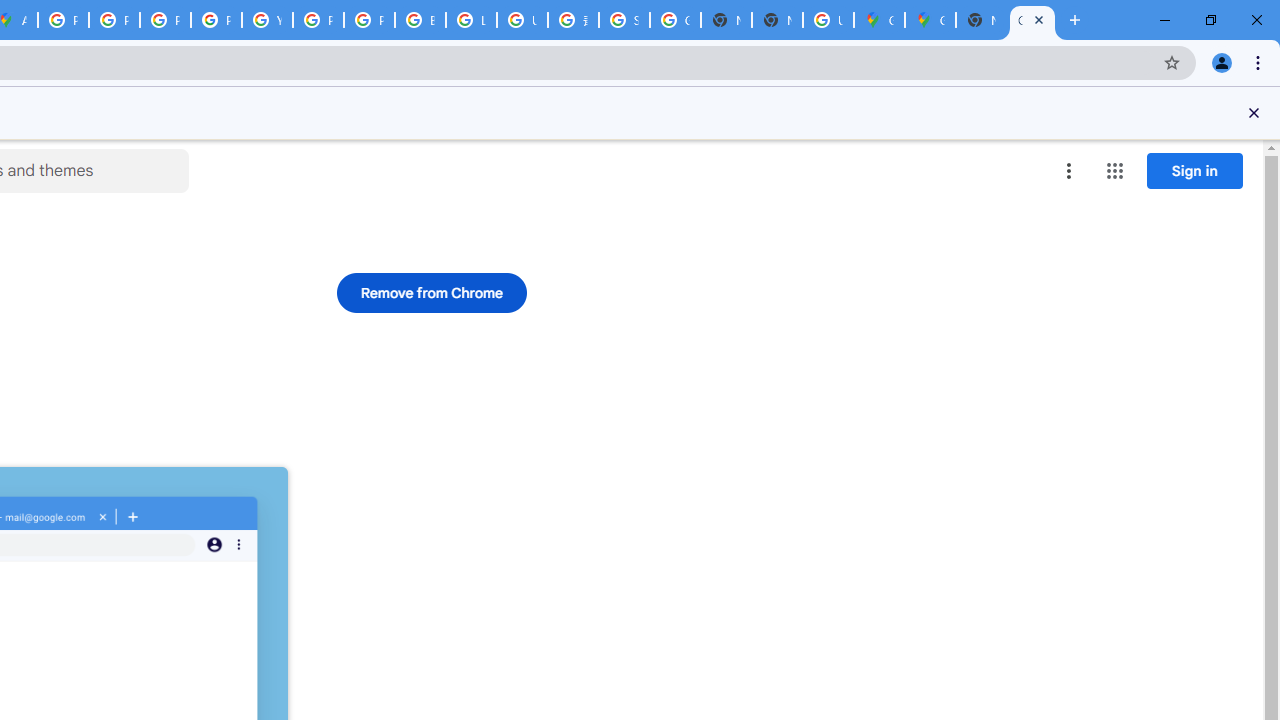 The image size is (1280, 720). I want to click on 'YouTube', so click(266, 20).